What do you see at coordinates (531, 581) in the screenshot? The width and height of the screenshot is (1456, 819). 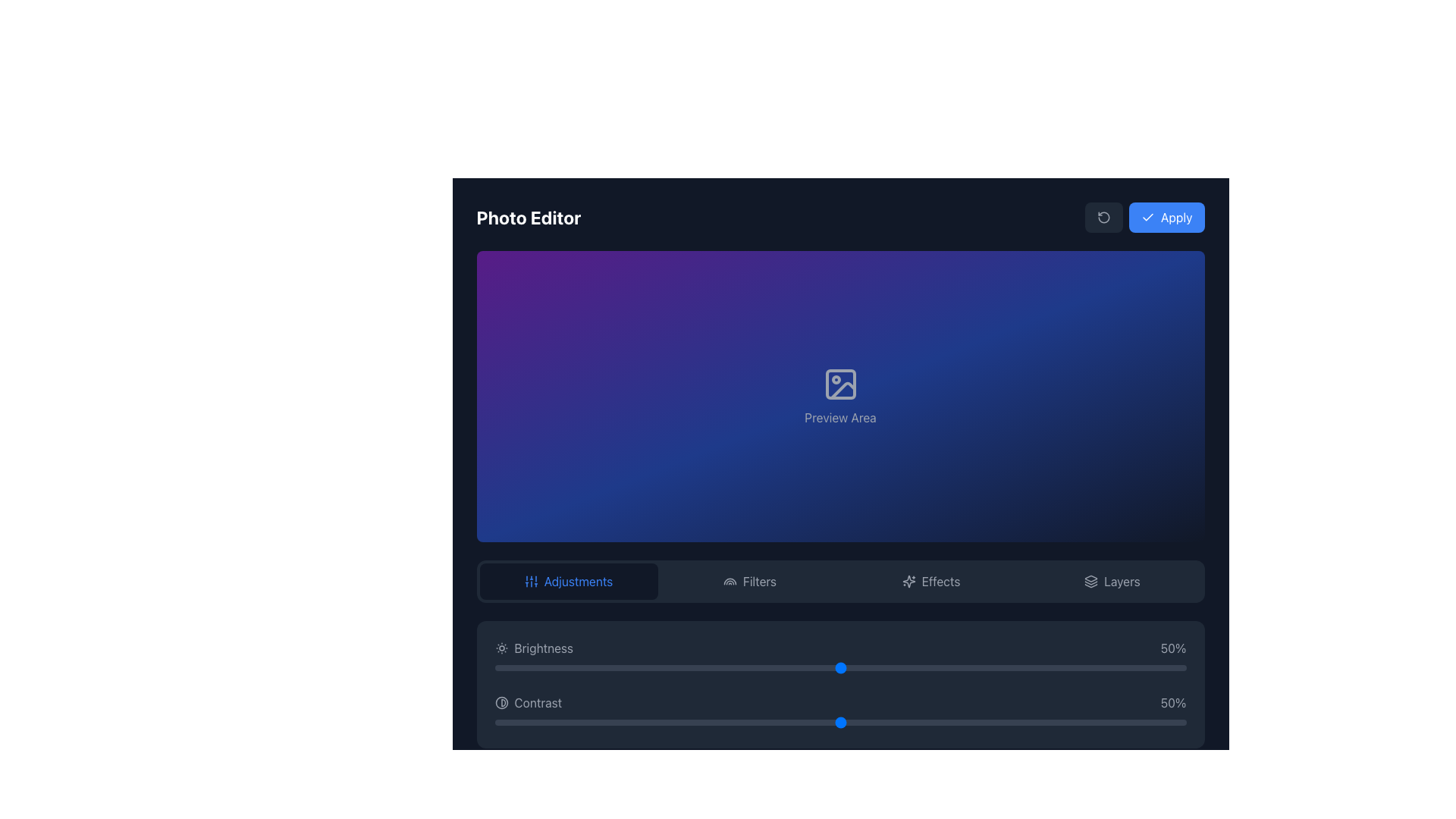 I see `the adjustment icon` at bounding box center [531, 581].